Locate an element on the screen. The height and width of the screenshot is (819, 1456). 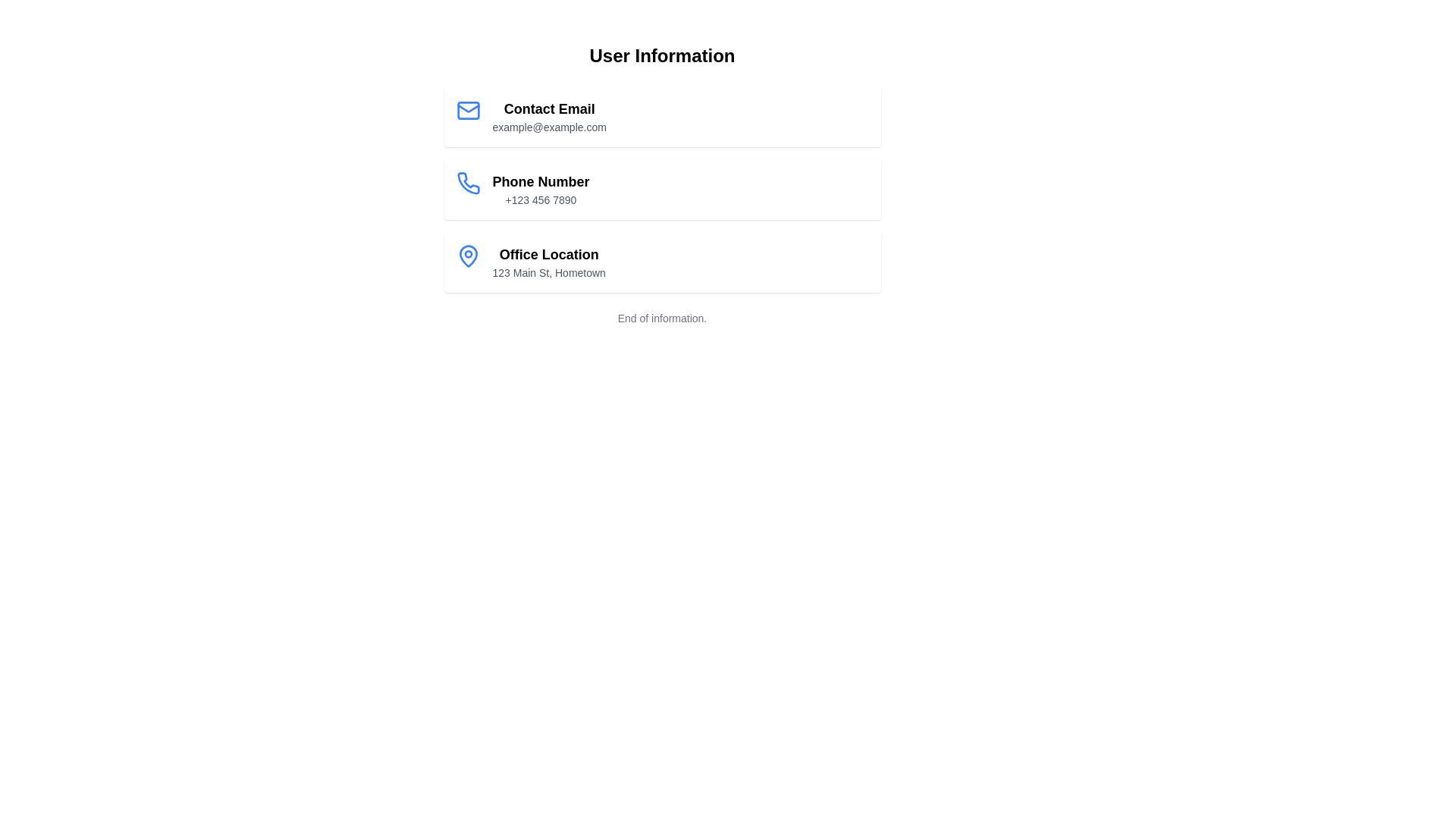
the email icon located at the top left corner of the 'Contact Email' section card is located at coordinates (467, 110).